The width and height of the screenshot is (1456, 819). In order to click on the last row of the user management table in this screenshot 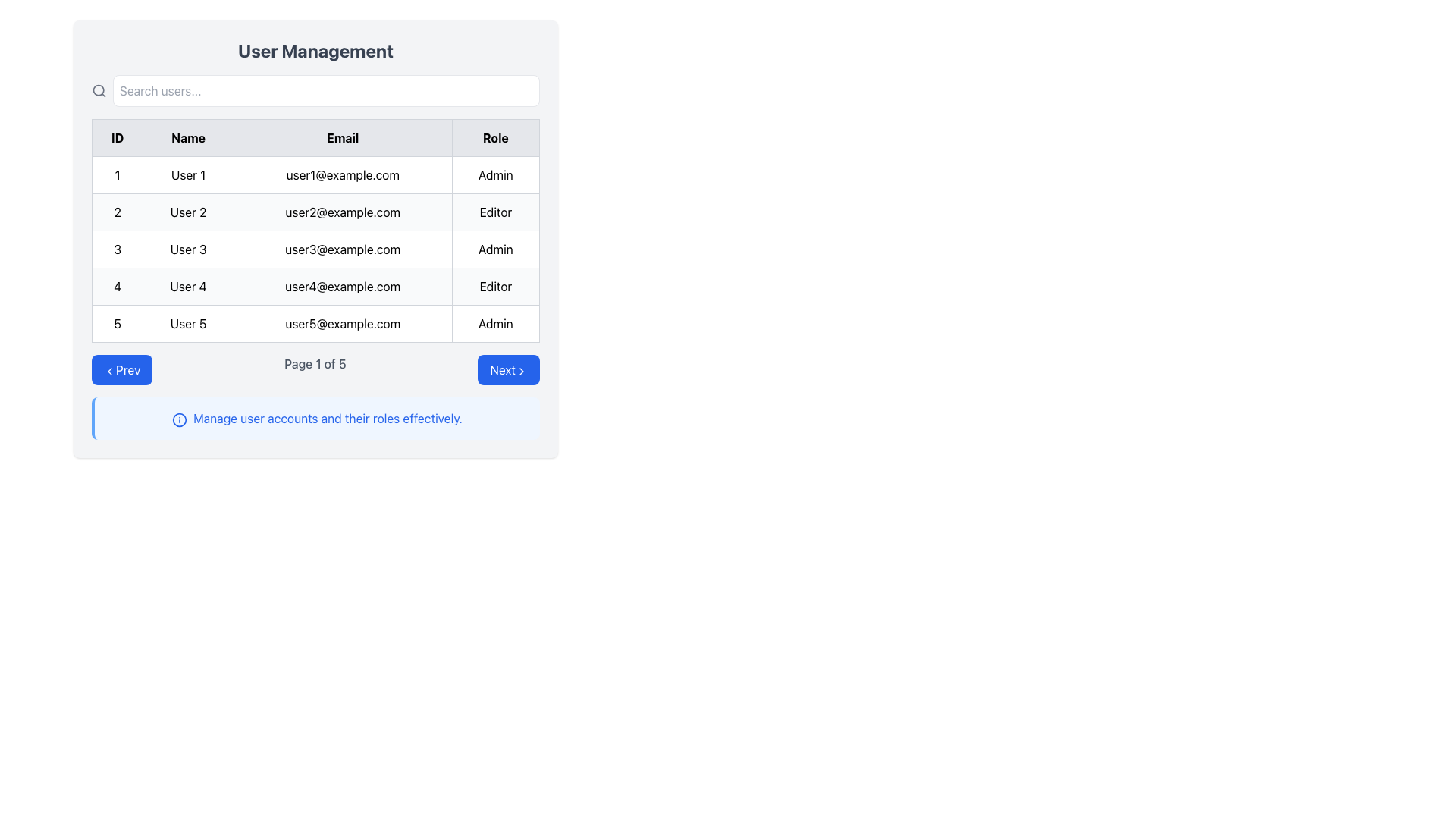, I will do `click(315, 323)`.